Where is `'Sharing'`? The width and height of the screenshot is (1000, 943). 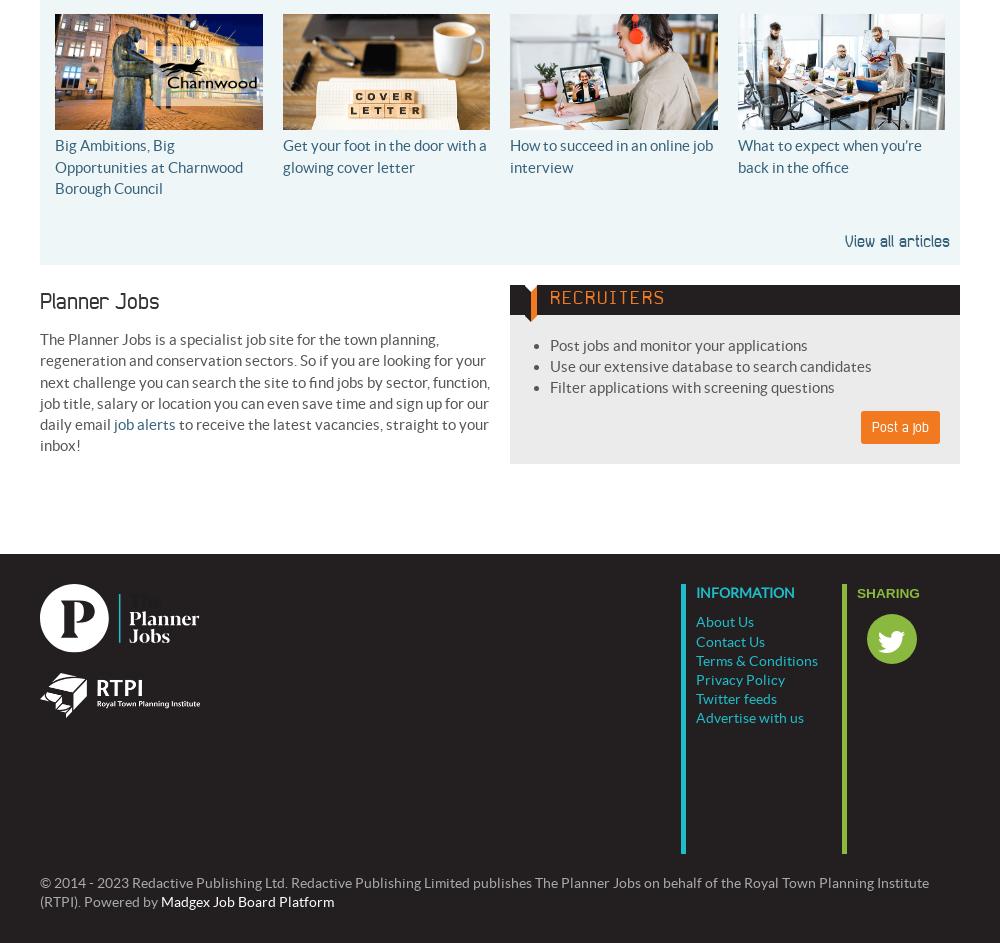
'Sharing' is located at coordinates (888, 592).